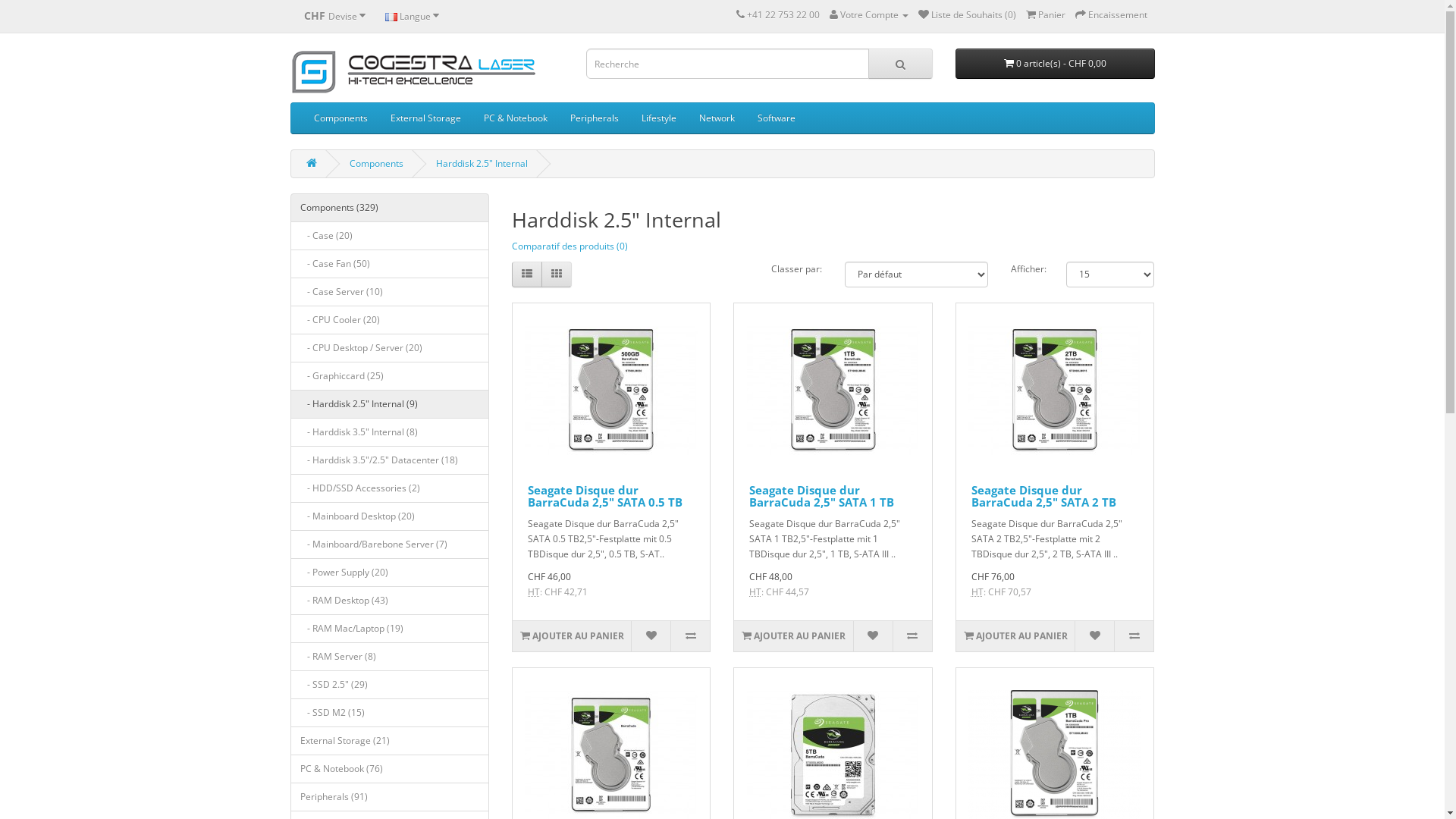 This screenshot has width=1456, height=819. I want to click on '   - Mainboard Desktop (20)', so click(389, 516).